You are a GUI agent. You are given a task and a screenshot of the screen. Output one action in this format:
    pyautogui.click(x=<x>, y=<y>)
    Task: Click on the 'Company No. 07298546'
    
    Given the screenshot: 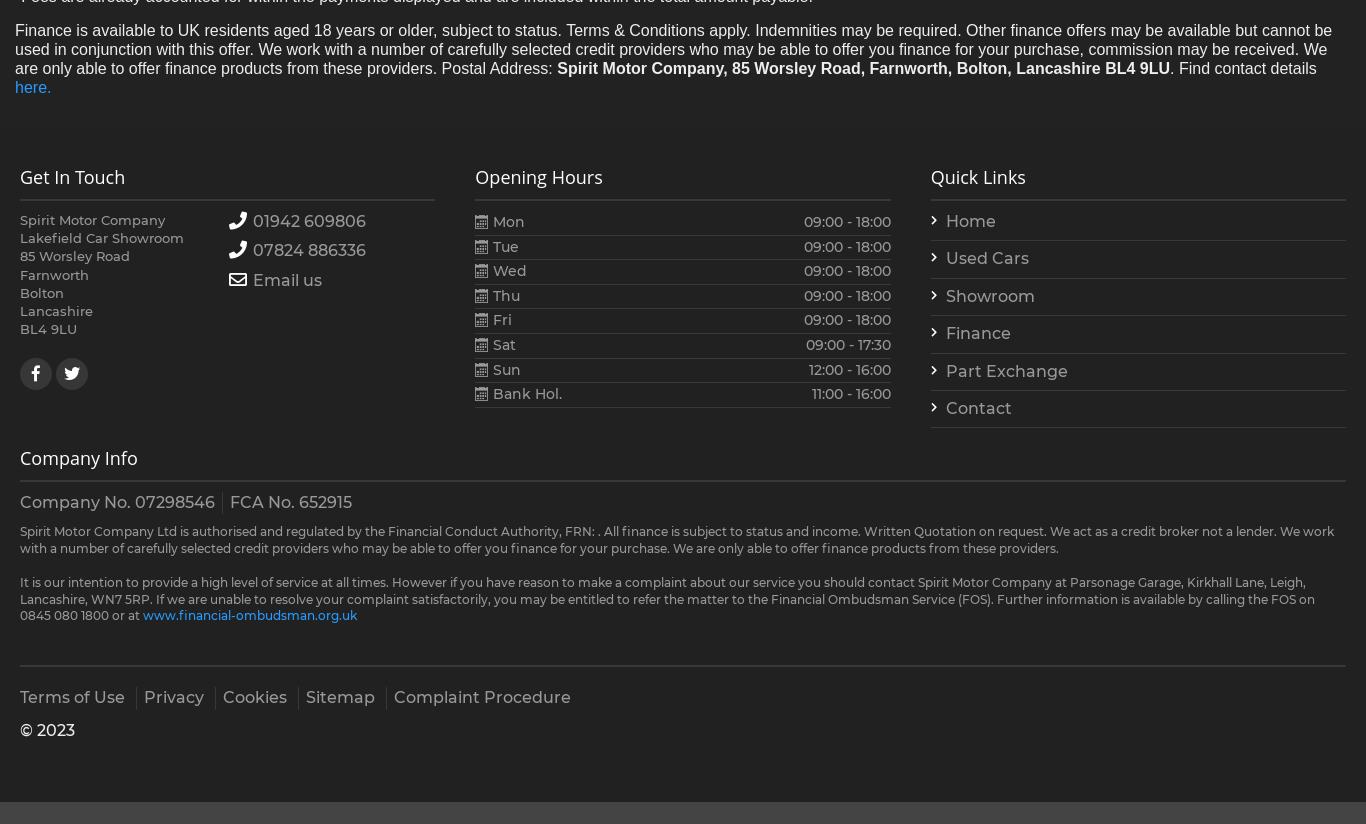 What is the action you would take?
    pyautogui.click(x=116, y=500)
    